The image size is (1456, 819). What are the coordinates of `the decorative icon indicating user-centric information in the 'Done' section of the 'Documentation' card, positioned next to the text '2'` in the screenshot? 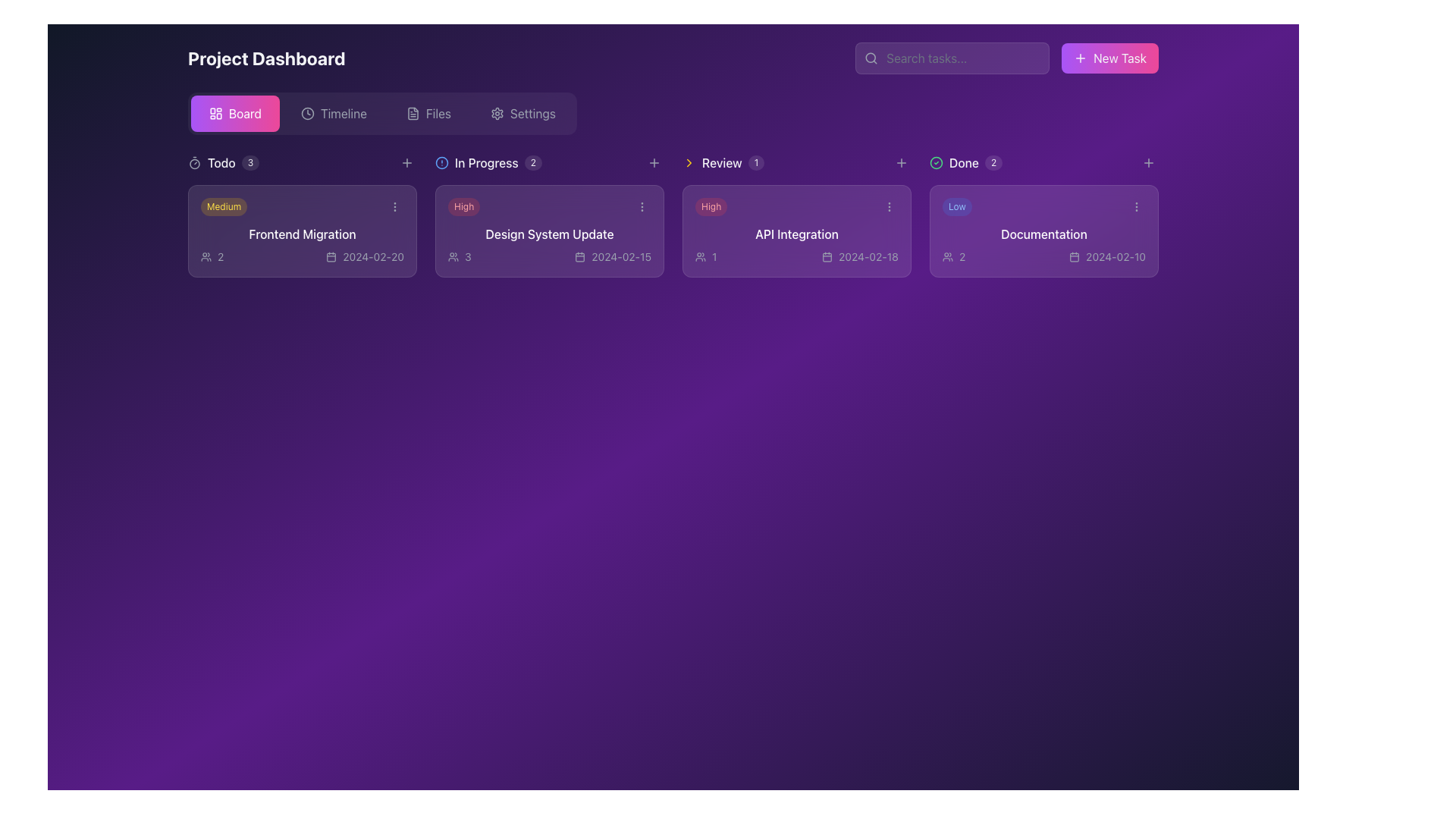 It's located at (946, 256).